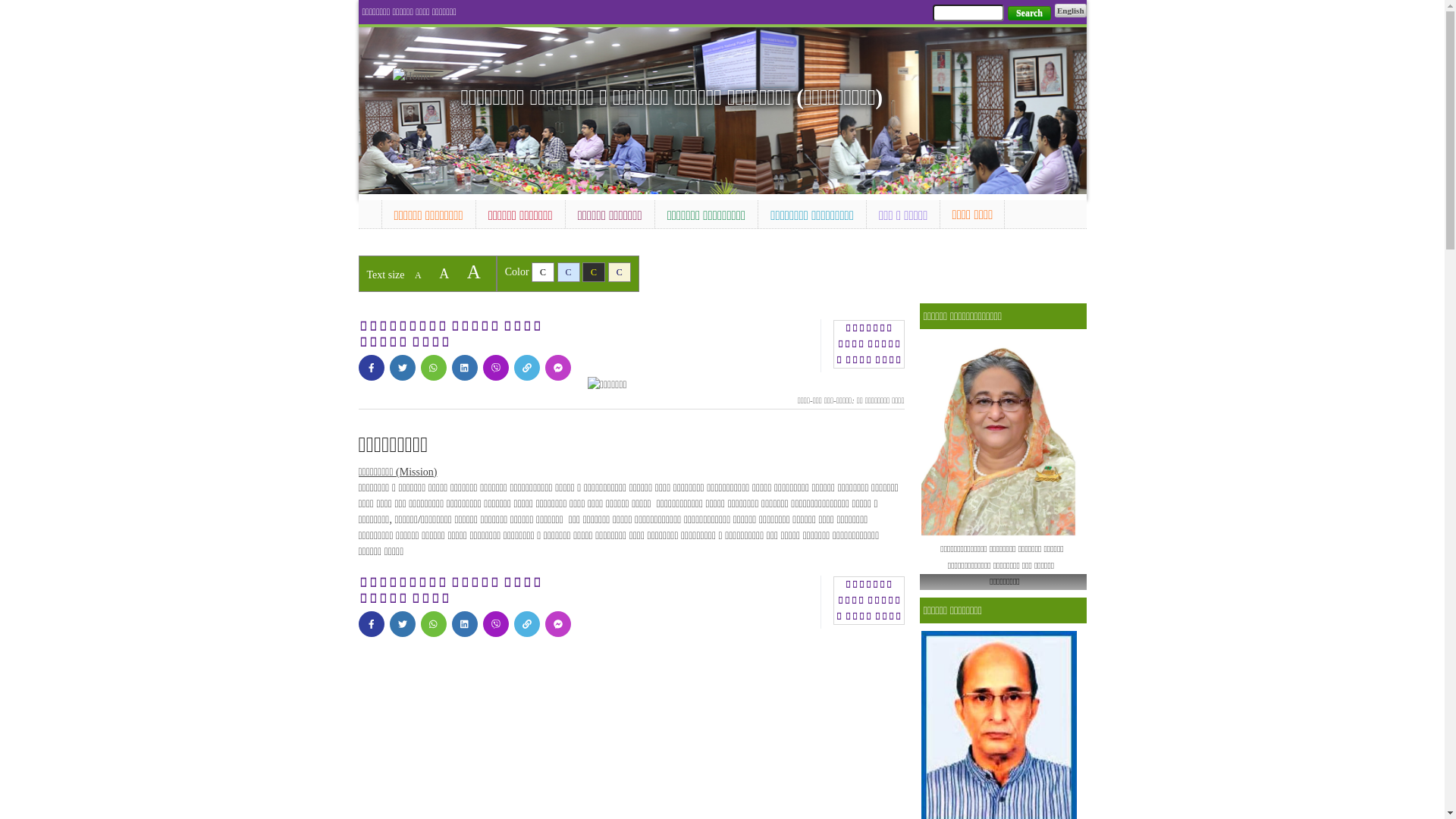 The width and height of the screenshot is (1456, 819). Describe the element at coordinates (1069, 11) in the screenshot. I see `'English'` at that location.